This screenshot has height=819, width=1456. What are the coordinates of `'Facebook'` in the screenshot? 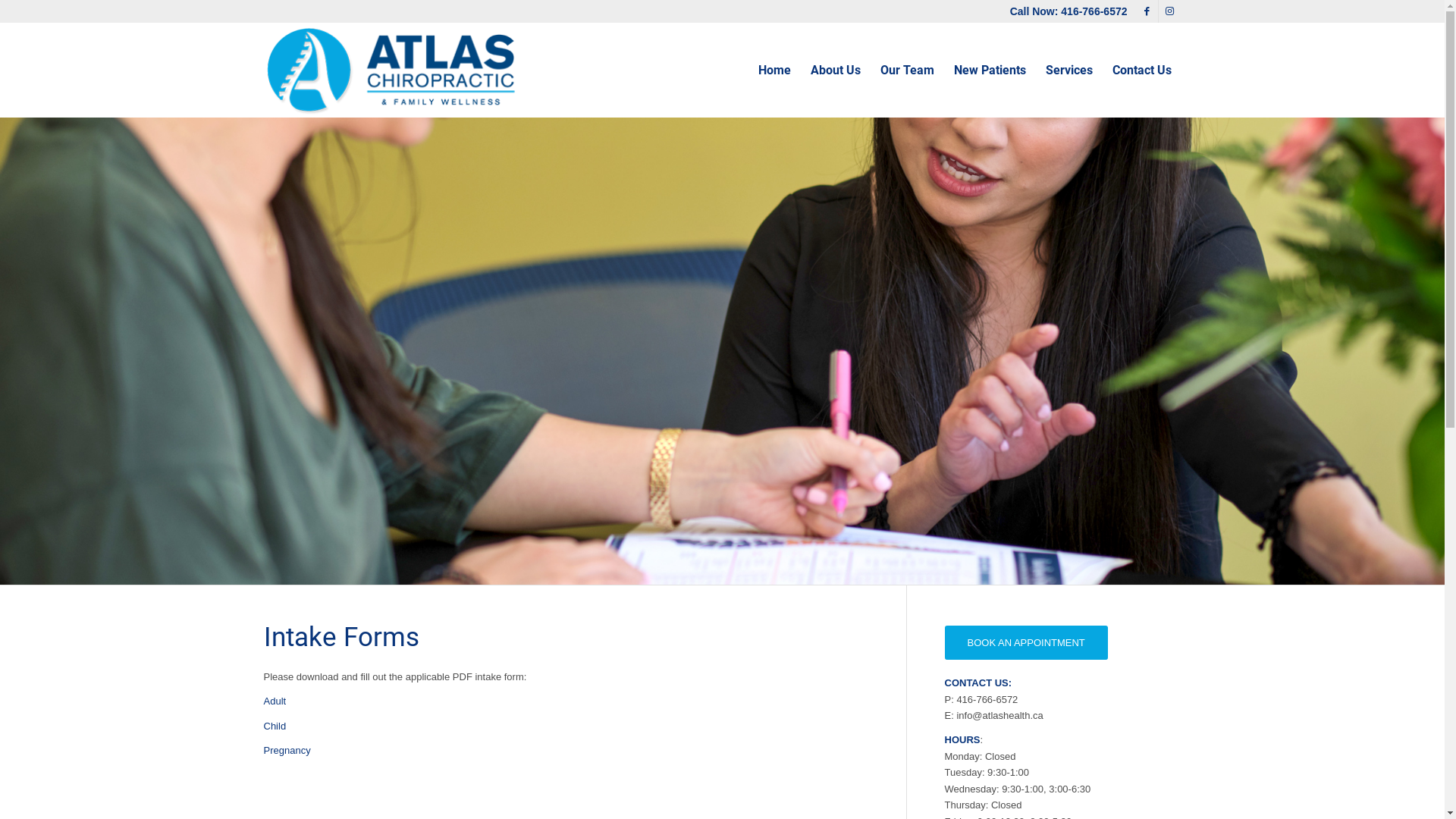 It's located at (1147, 11).